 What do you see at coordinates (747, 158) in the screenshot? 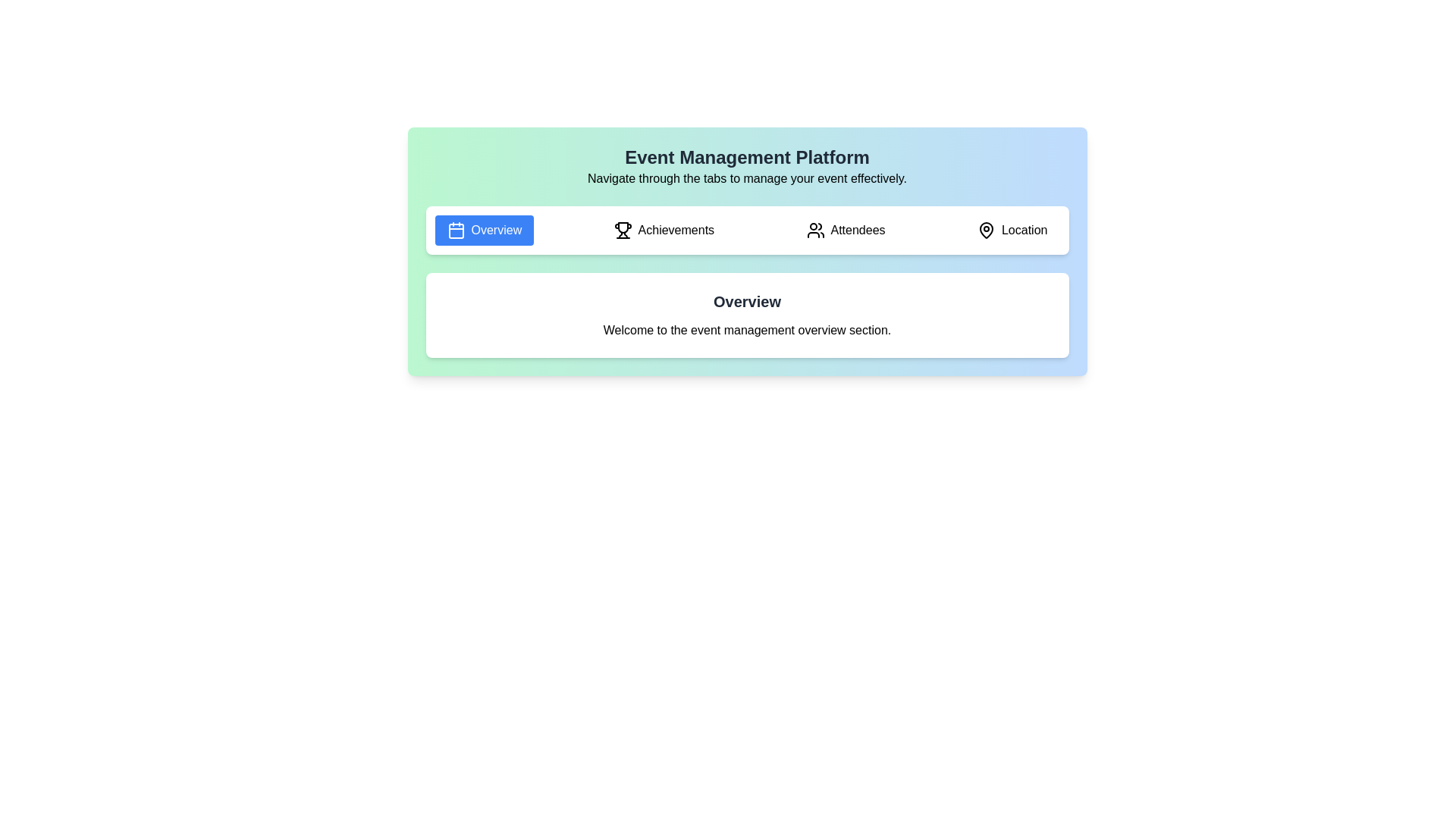
I see `the text label displaying 'Event Management Platform', which is prominently positioned at the top-center of the interface, styled in bold with a dark gray color against a gradient background` at bounding box center [747, 158].